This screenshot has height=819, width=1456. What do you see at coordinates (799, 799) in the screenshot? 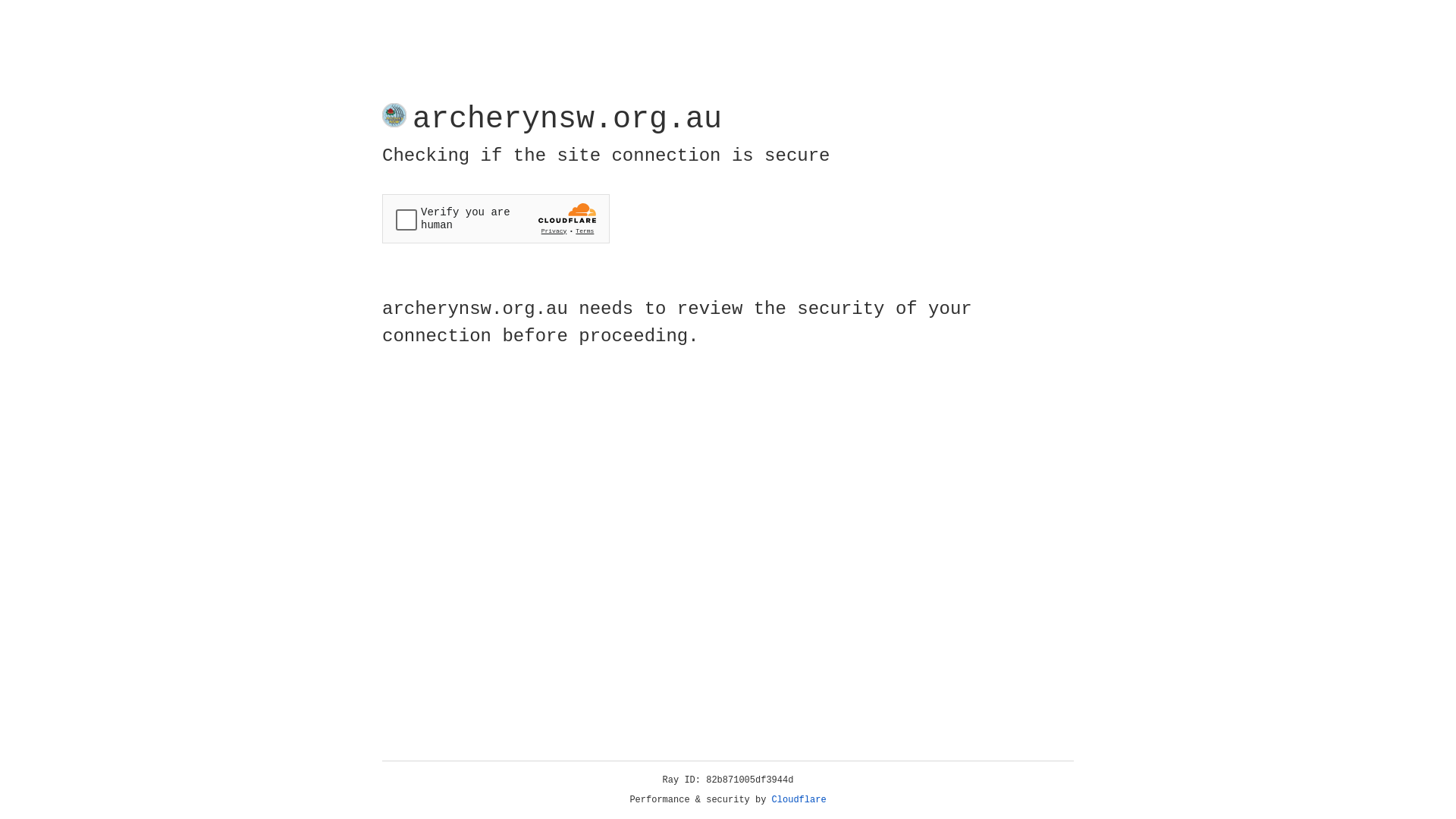
I see `'Cloudflare'` at bounding box center [799, 799].